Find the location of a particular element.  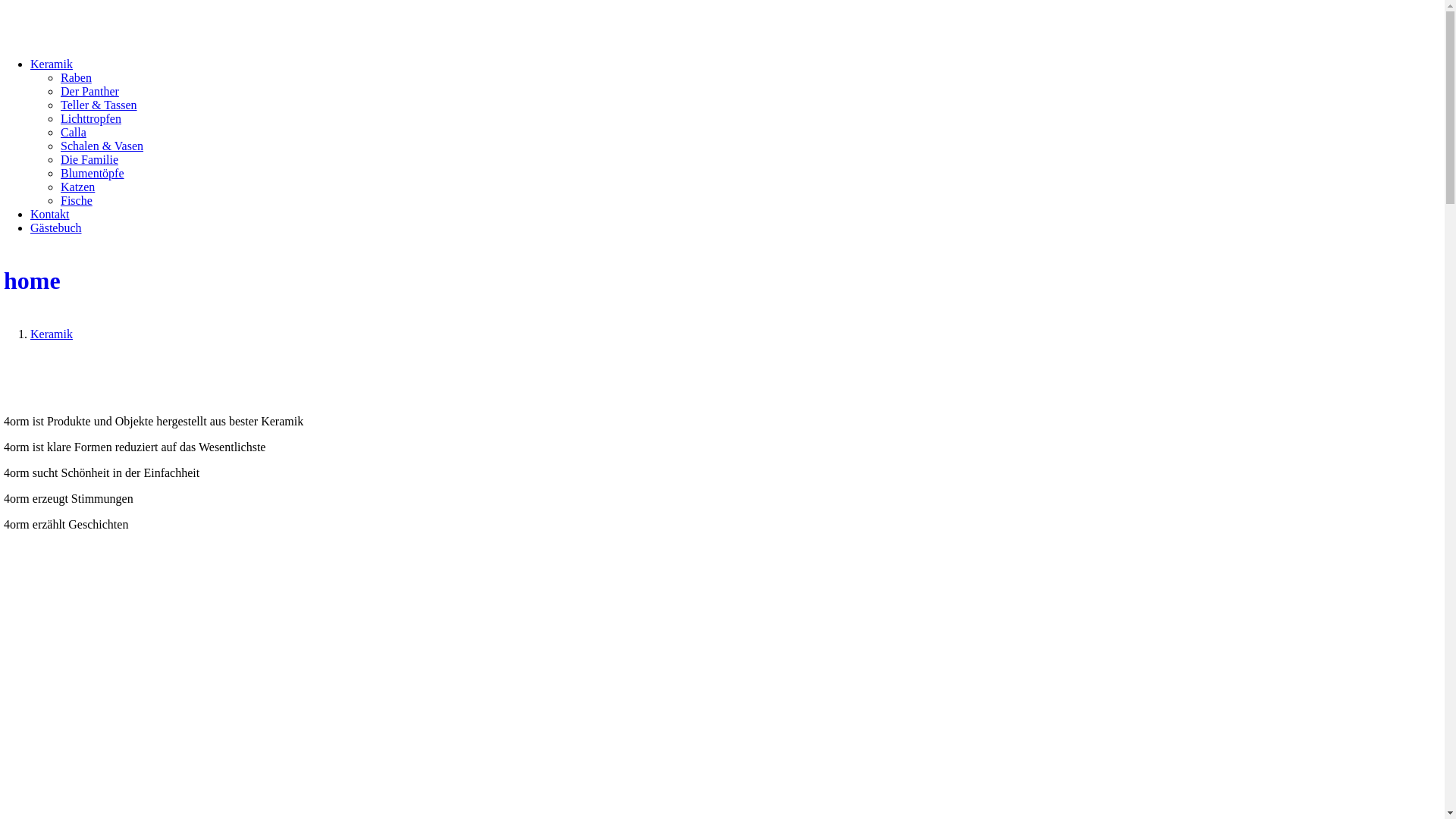

'Der Panther' is located at coordinates (89, 91).